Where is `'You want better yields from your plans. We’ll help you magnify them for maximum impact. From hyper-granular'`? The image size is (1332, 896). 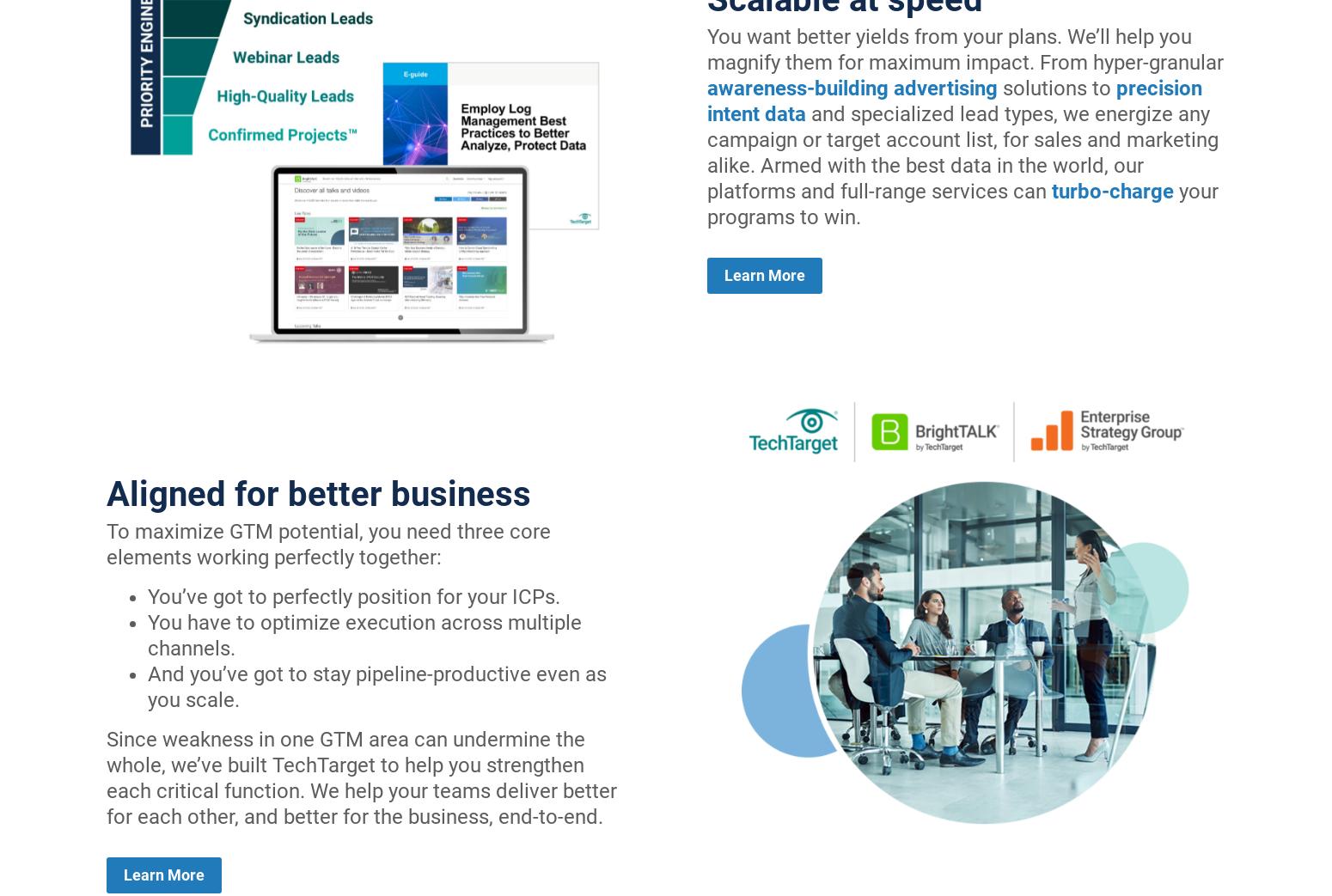
'You want better yields from your plans. We’ll help you magnify them for maximum impact. From hyper-granular' is located at coordinates (964, 48).